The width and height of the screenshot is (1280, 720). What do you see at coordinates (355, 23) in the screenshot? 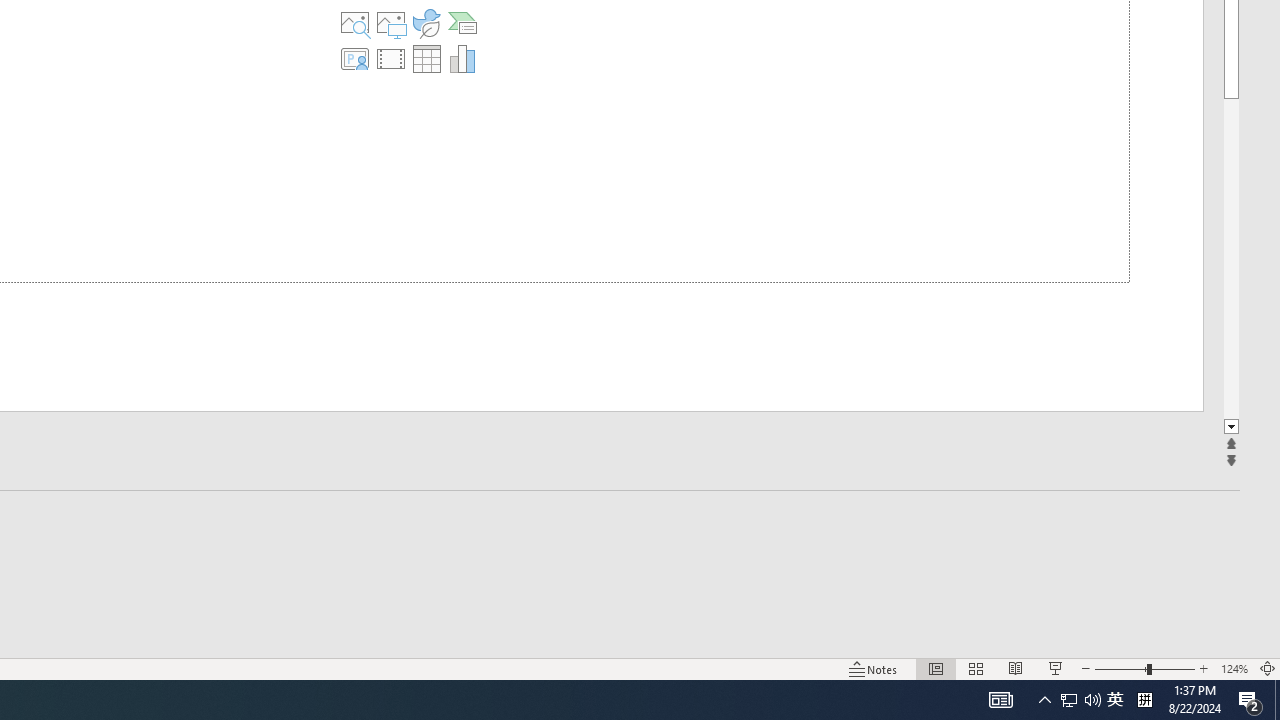
I see `'Stock Images'` at bounding box center [355, 23].